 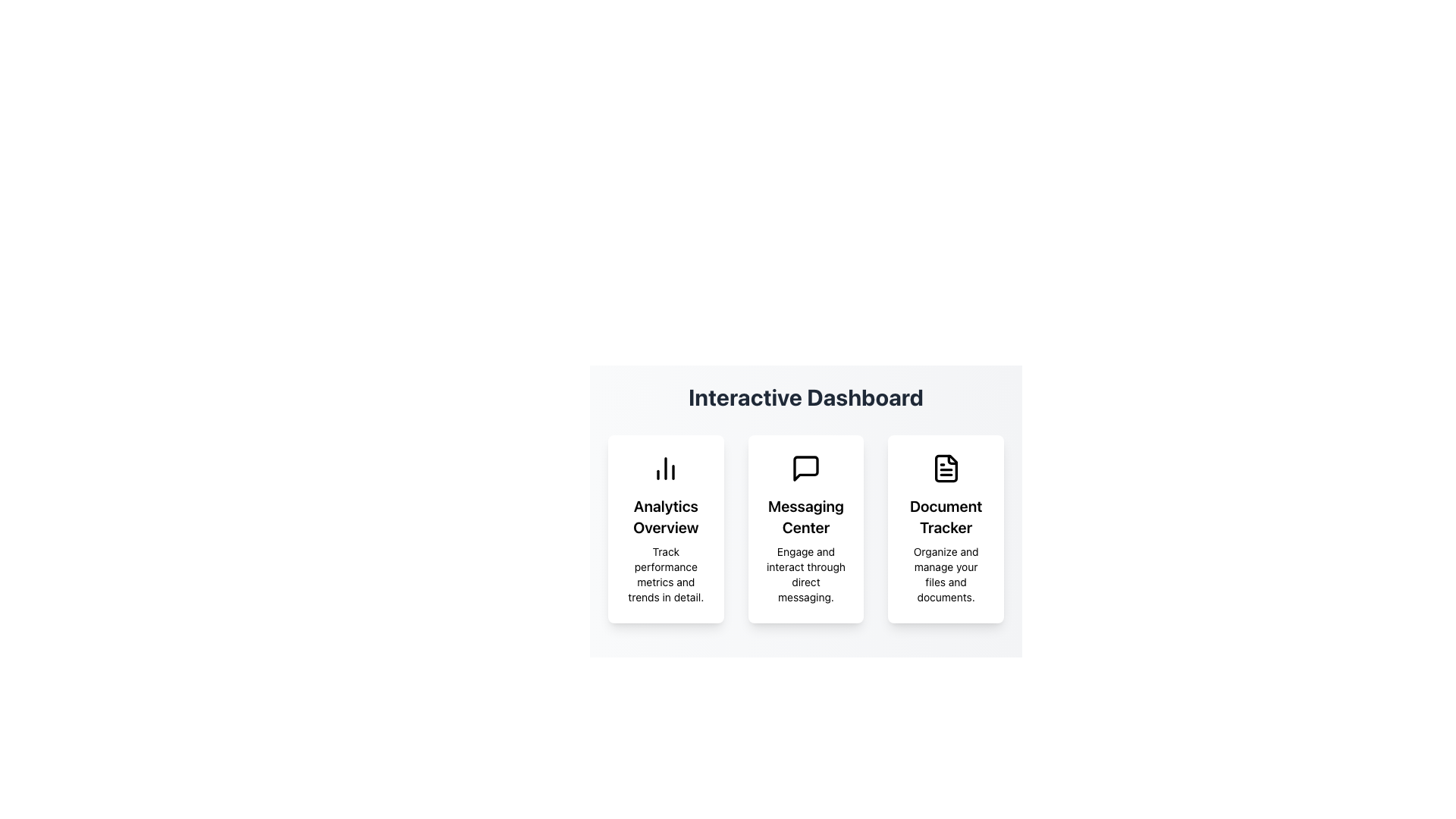 I want to click on the heading text 'Interactive Dashboard' which indicates the function of the interface below it, so click(x=805, y=397).